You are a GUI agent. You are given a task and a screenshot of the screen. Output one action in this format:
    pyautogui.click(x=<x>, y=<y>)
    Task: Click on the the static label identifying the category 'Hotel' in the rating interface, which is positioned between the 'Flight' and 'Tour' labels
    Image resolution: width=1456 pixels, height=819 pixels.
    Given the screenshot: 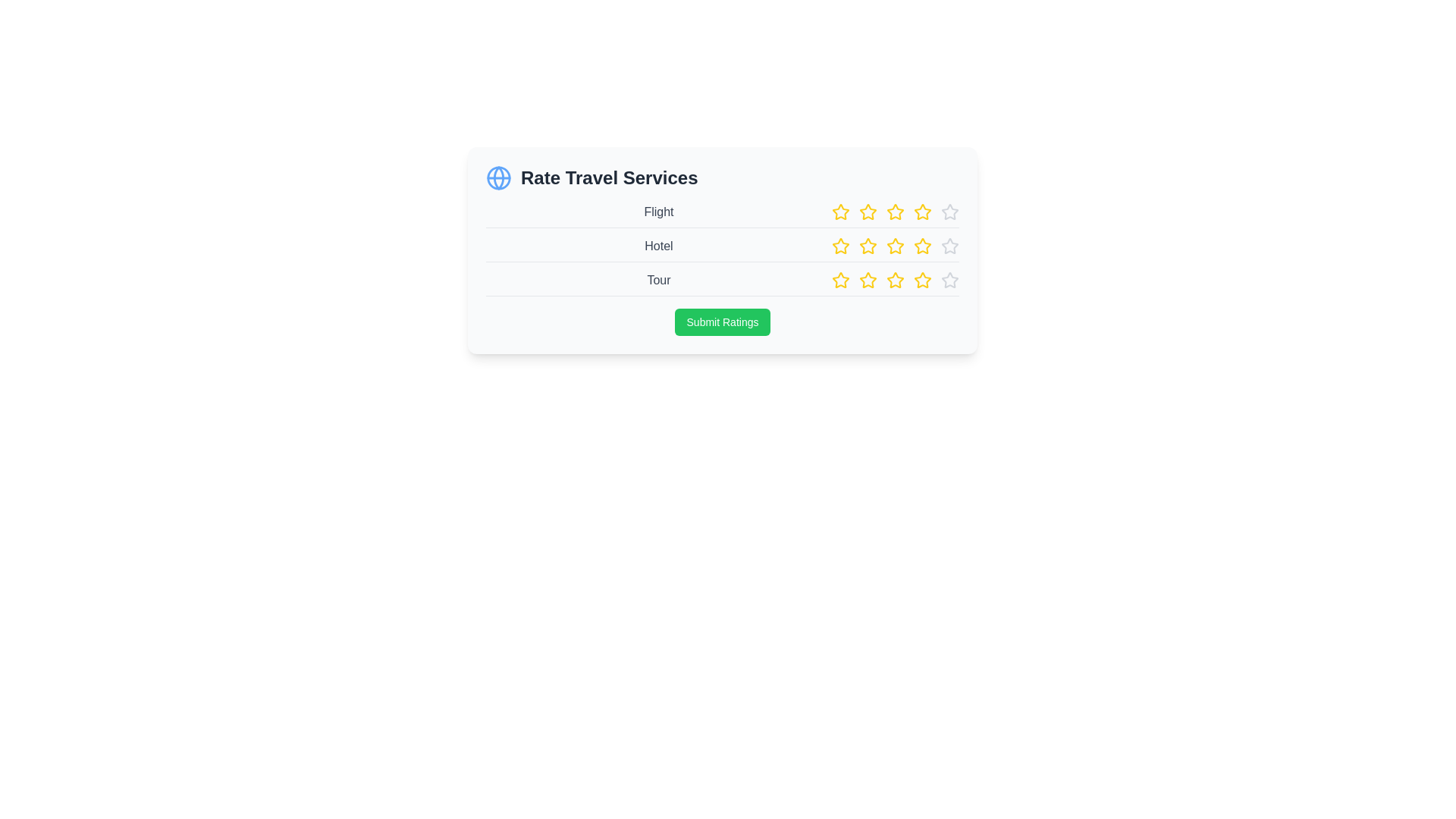 What is the action you would take?
    pyautogui.click(x=658, y=245)
    